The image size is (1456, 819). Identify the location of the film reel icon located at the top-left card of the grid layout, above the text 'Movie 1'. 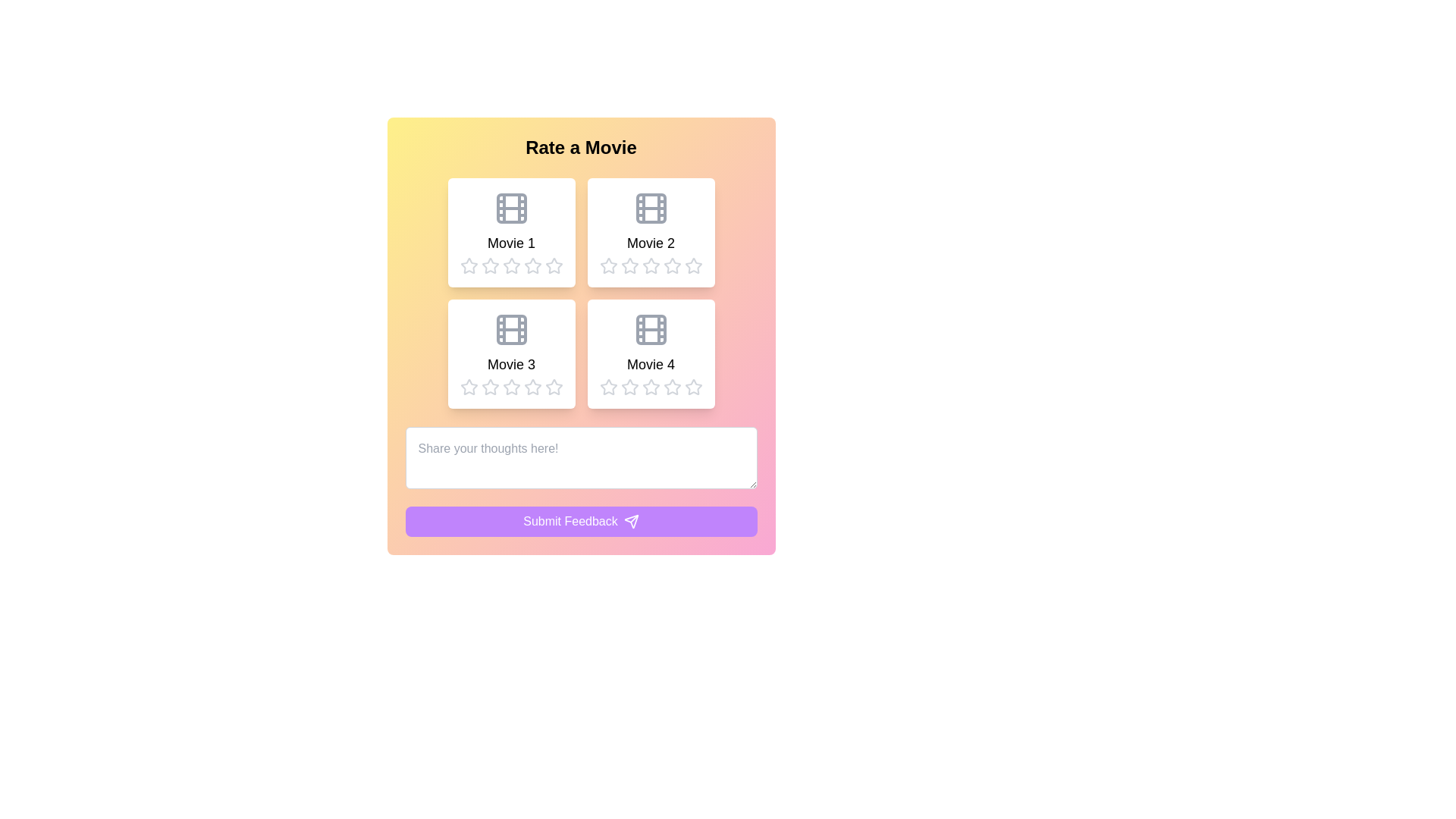
(511, 208).